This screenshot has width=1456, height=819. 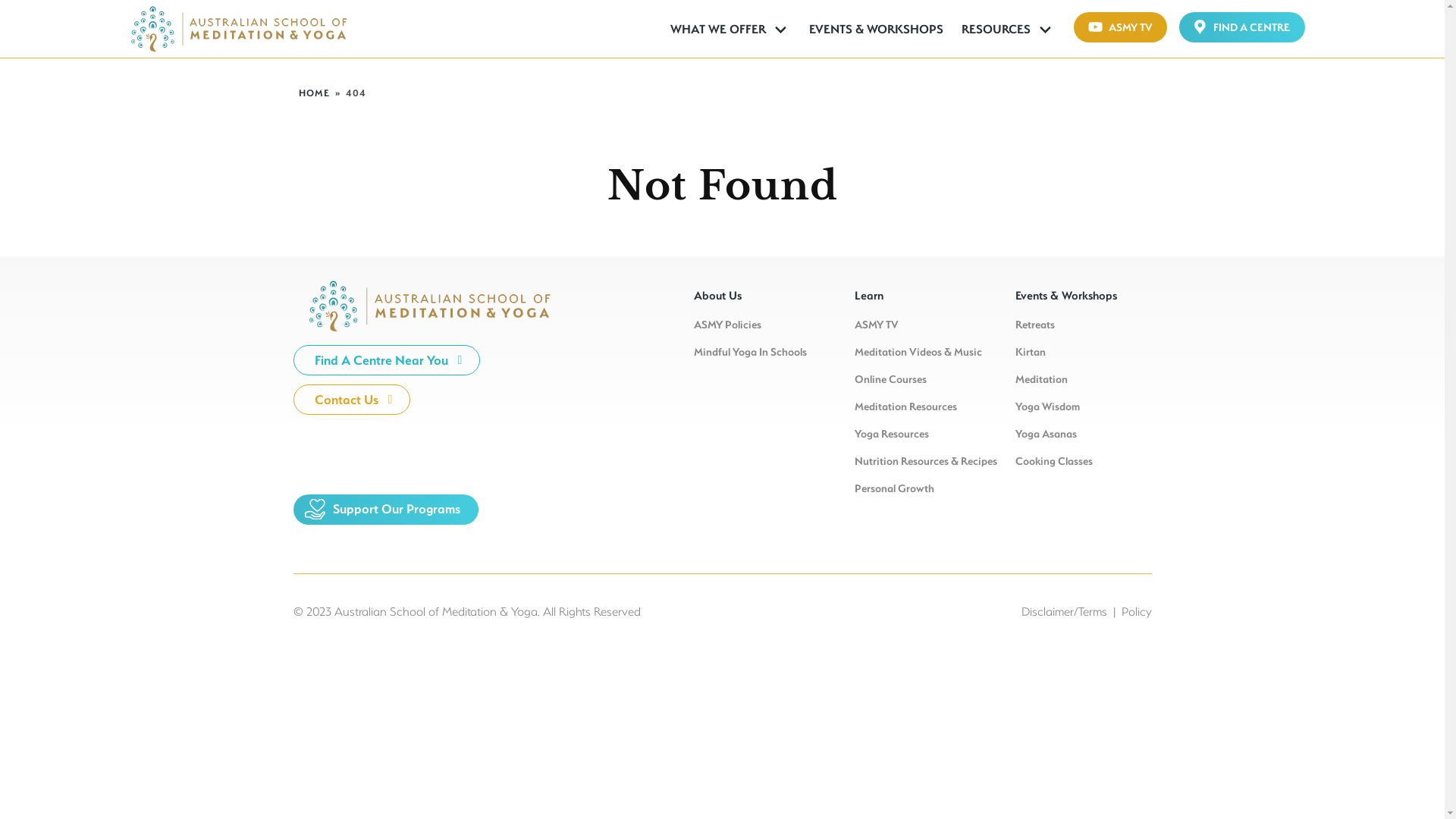 I want to click on 'Meditation Resources', so click(x=905, y=406).